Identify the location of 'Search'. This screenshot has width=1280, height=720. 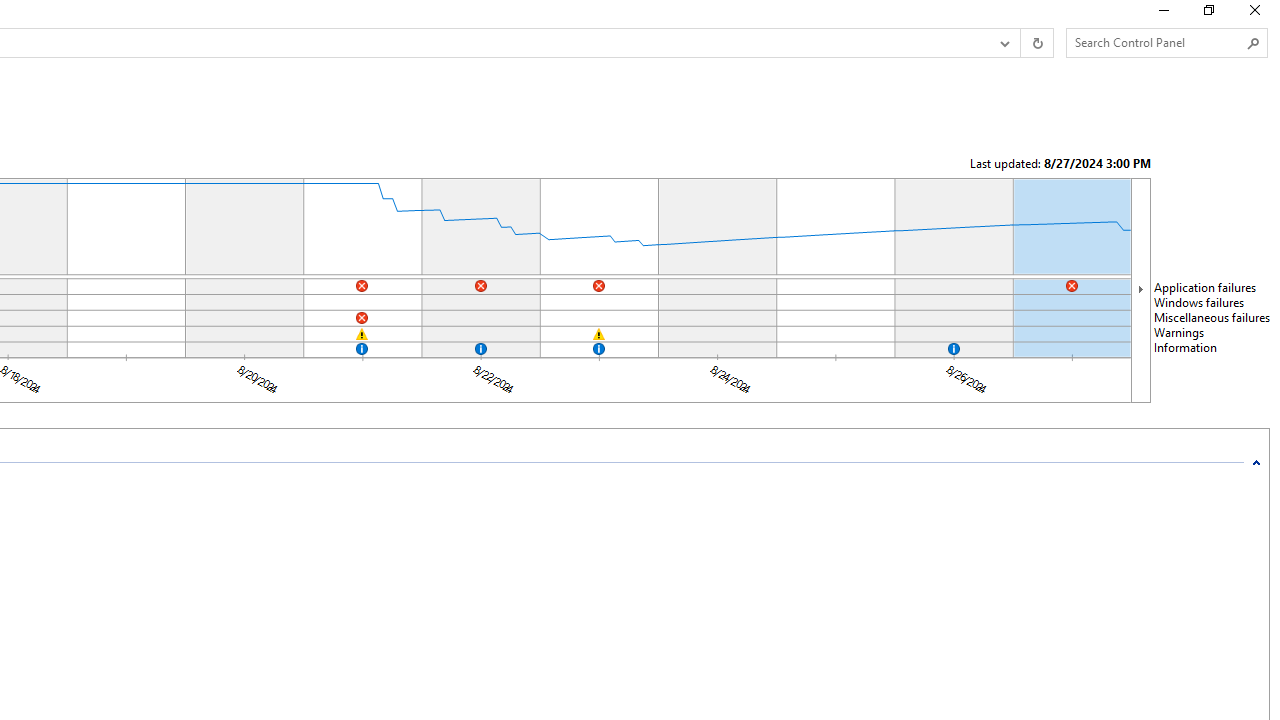
(1252, 43).